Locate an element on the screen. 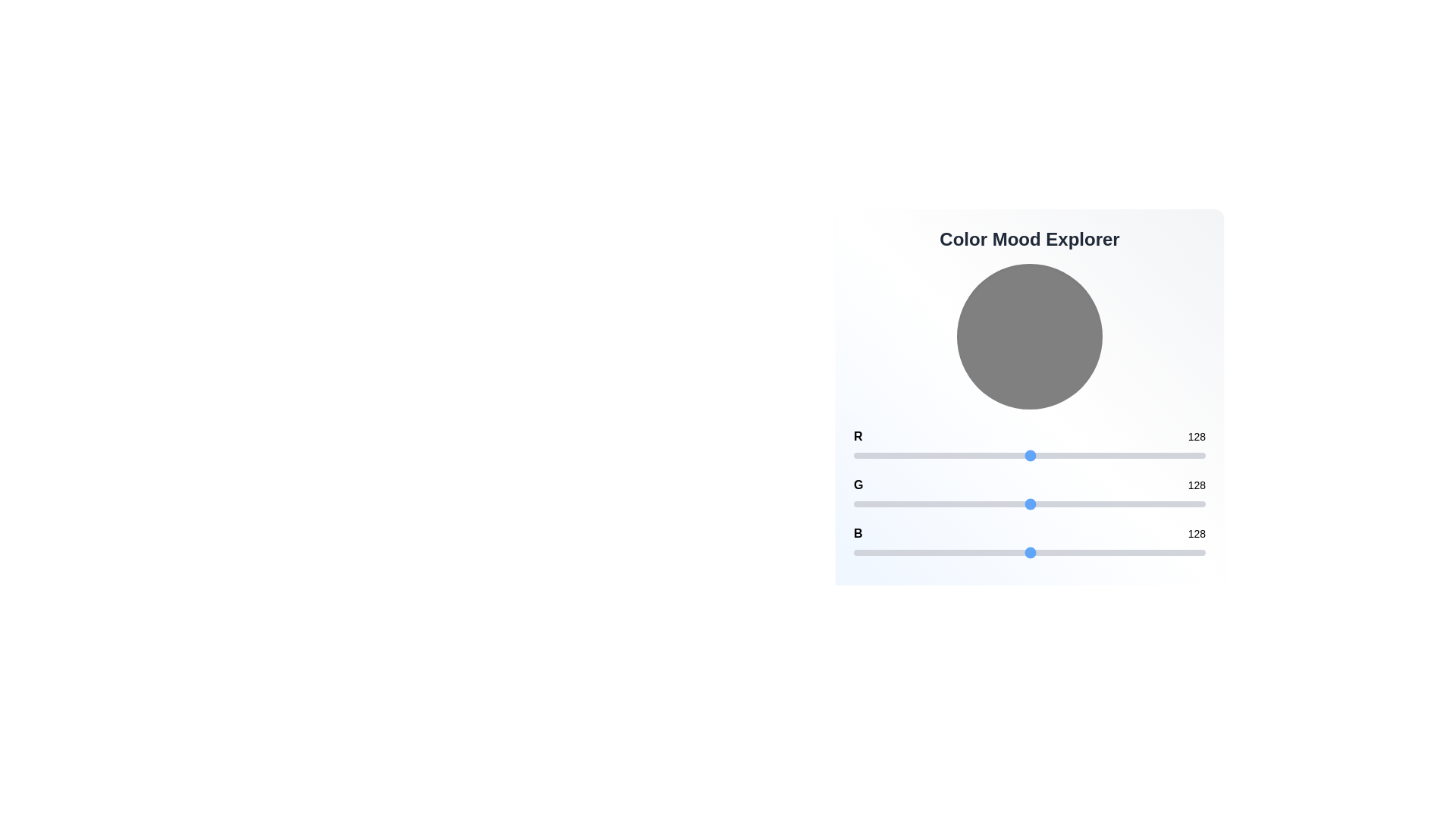  the green color channel slider to 188 is located at coordinates (1113, 504).